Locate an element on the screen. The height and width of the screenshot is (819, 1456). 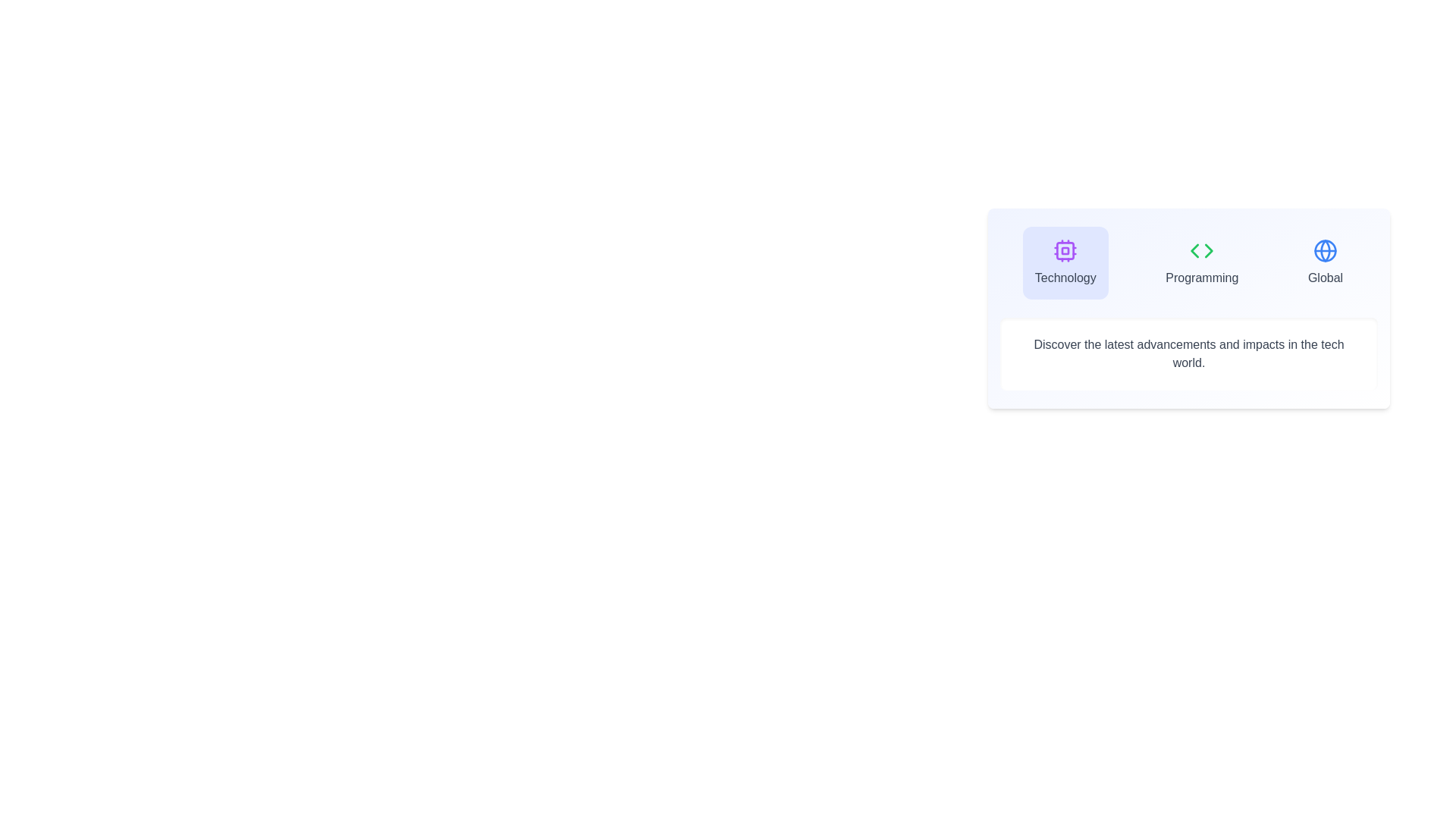
the tab with the icon representing Global is located at coordinates (1324, 262).